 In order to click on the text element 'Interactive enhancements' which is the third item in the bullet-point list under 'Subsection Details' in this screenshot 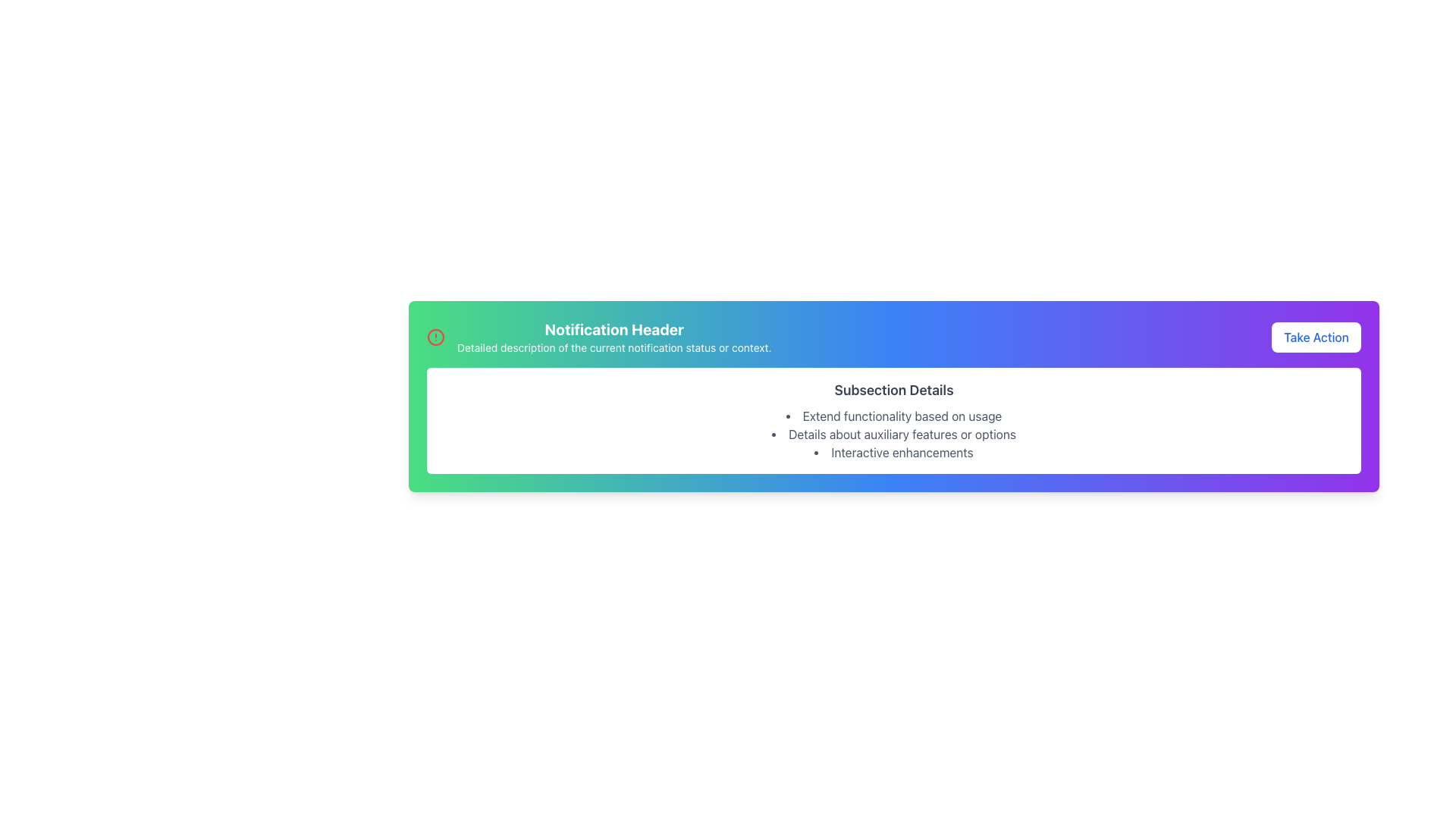, I will do `click(894, 452)`.